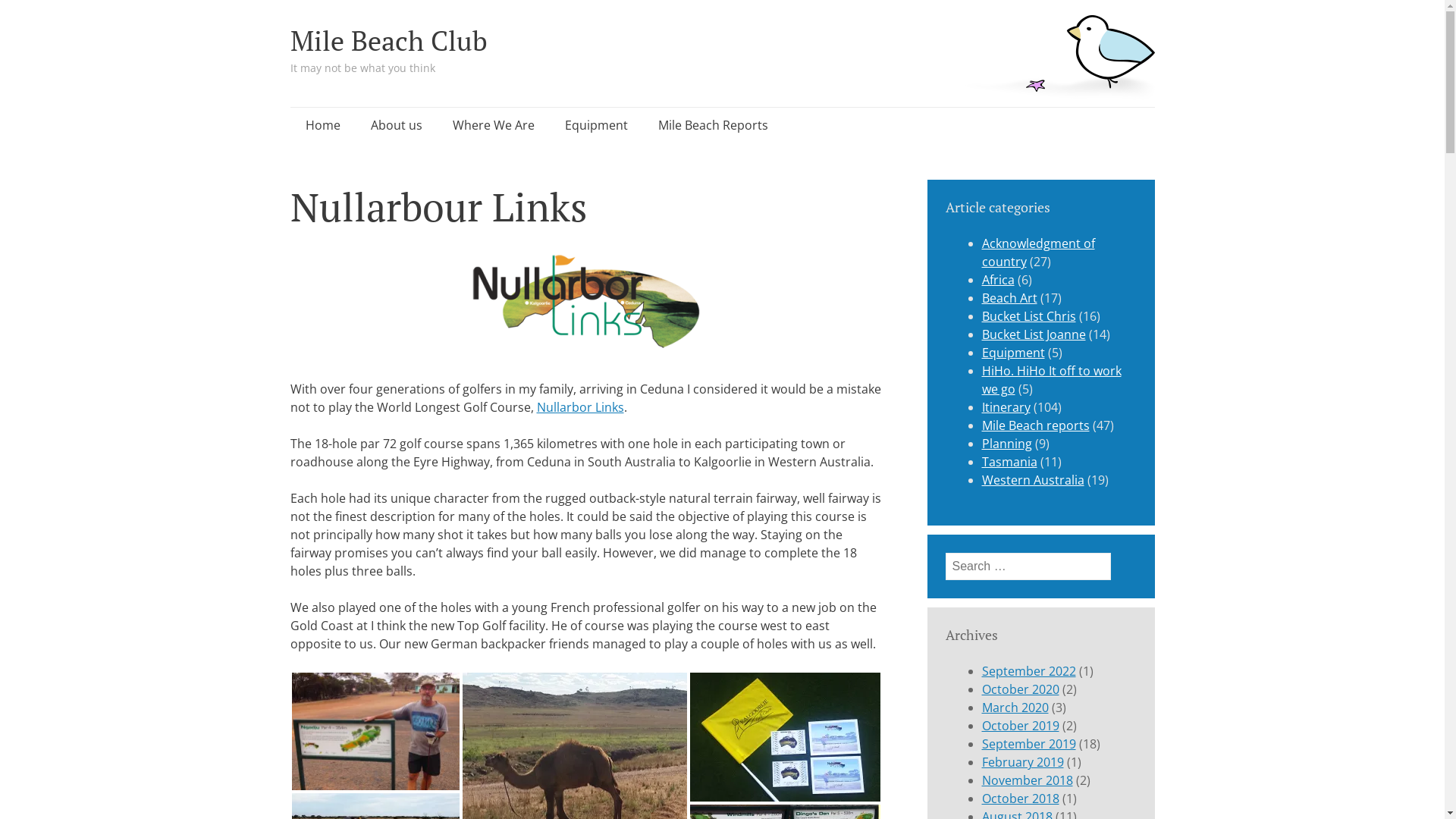 The height and width of the screenshot is (819, 1456). What do you see at coordinates (1005, 406) in the screenshot?
I see `'Itinerary'` at bounding box center [1005, 406].